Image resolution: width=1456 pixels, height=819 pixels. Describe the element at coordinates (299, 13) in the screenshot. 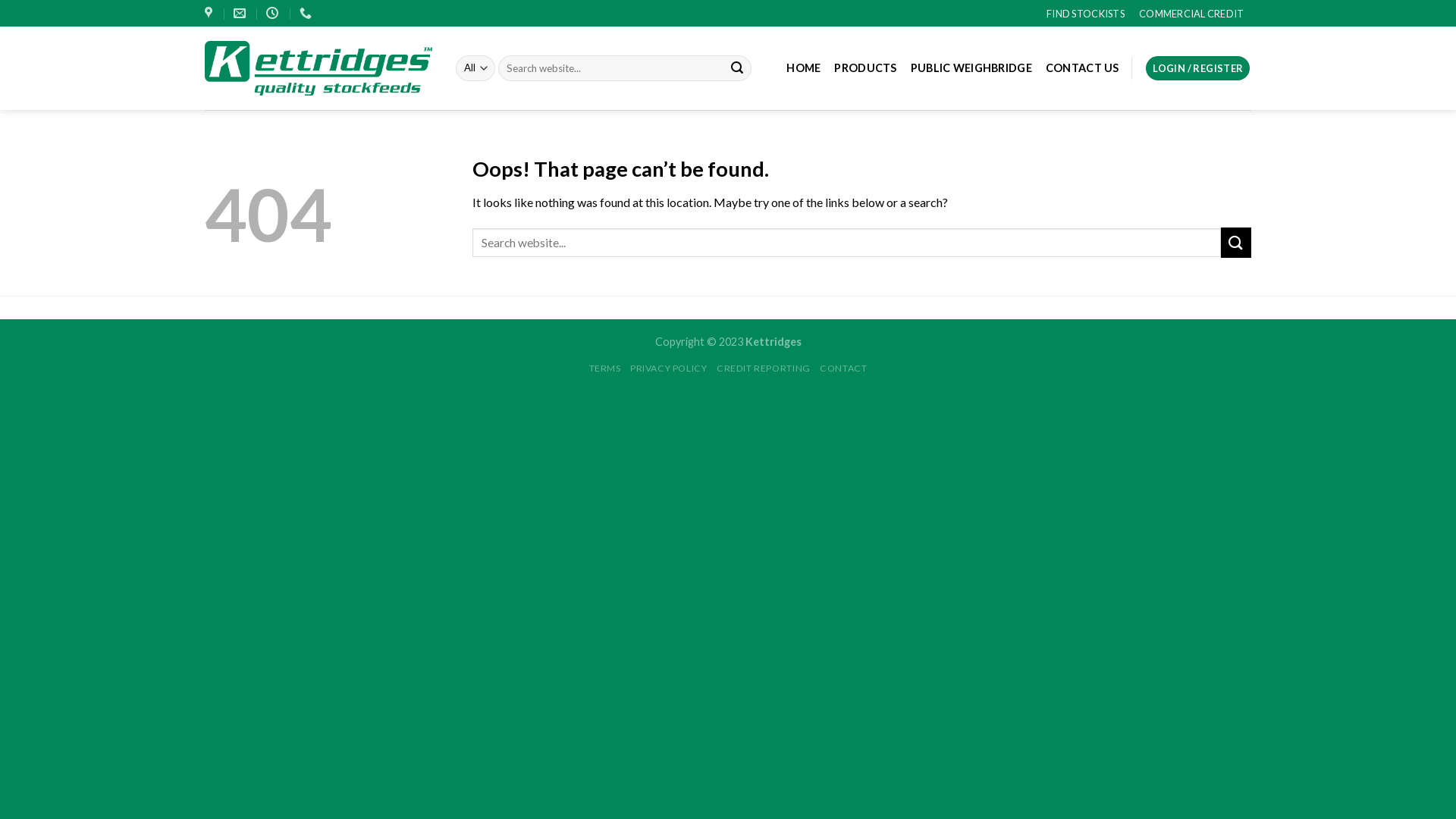

I see `'(08) 9724 6800'` at that location.